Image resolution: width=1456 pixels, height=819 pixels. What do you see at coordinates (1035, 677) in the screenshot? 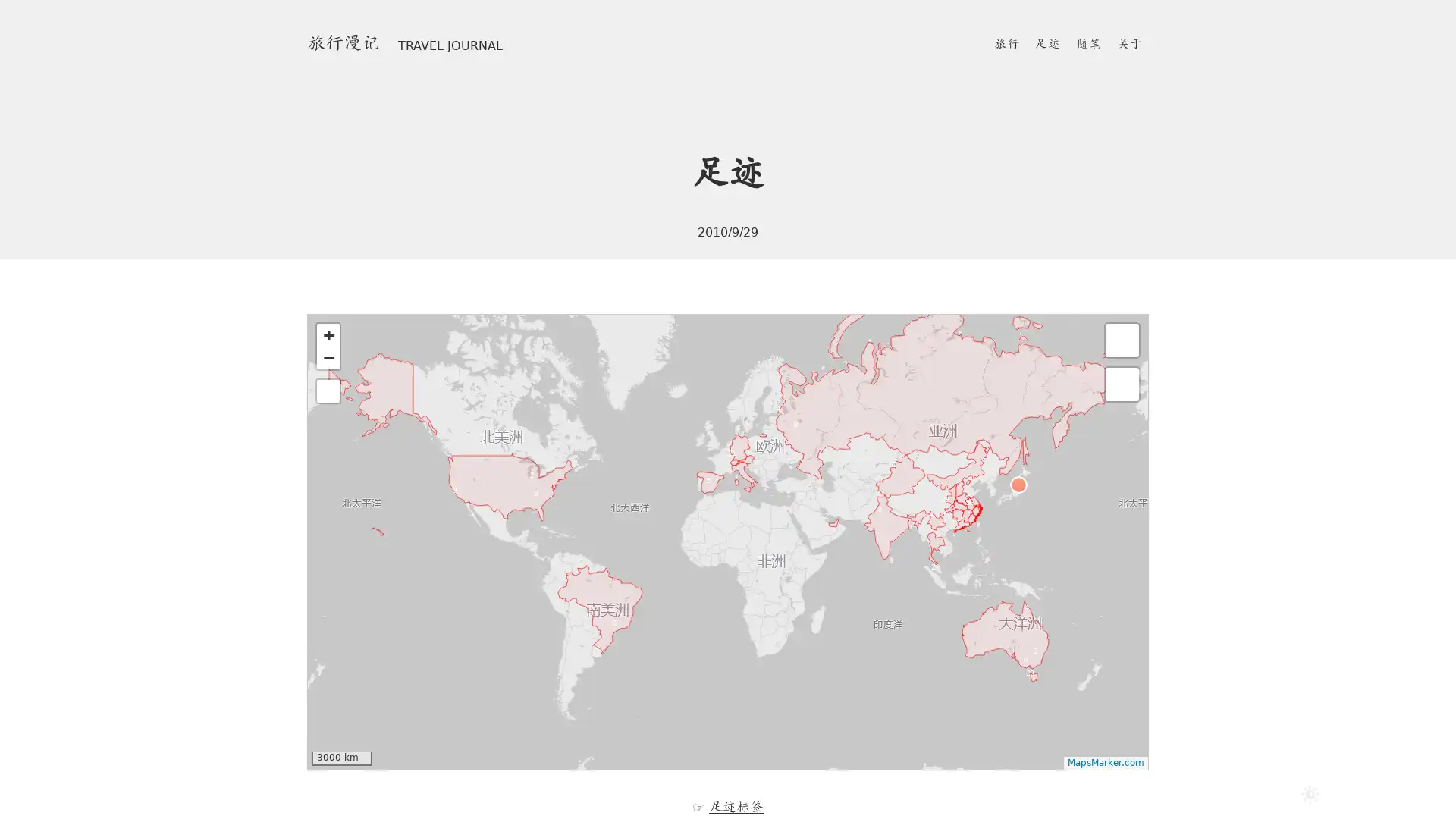
I see `23` at bounding box center [1035, 677].